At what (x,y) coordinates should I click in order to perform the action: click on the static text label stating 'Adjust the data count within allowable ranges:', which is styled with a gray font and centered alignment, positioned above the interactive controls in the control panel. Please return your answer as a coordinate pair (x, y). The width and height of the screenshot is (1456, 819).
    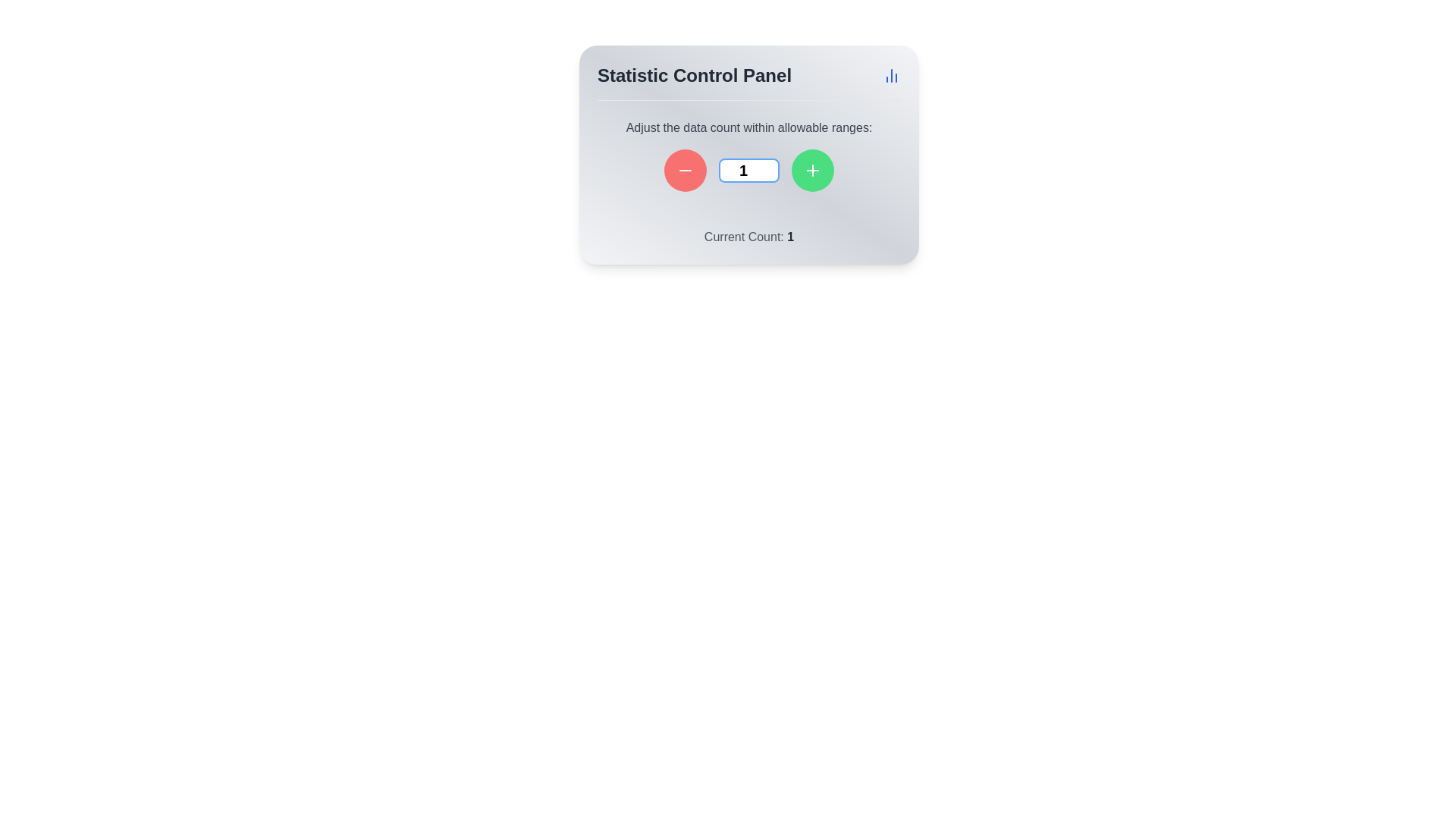
    Looking at the image, I should click on (749, 127).